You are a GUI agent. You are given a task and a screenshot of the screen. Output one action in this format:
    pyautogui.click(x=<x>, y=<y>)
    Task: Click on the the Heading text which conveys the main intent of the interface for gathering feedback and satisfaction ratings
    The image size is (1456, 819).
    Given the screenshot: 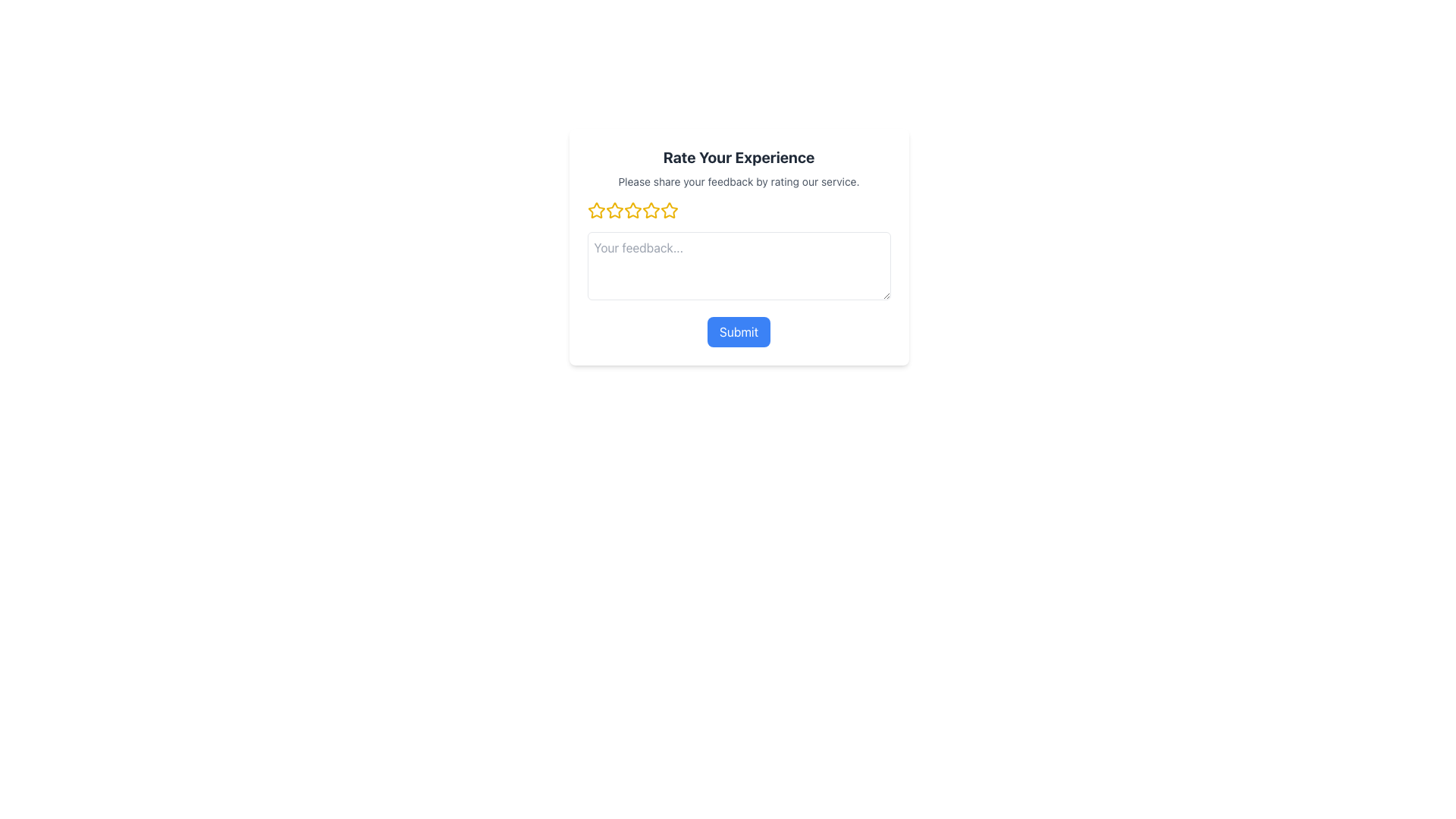 What is the action you would take?
    pyautogui.click(x=739, y=158)
    